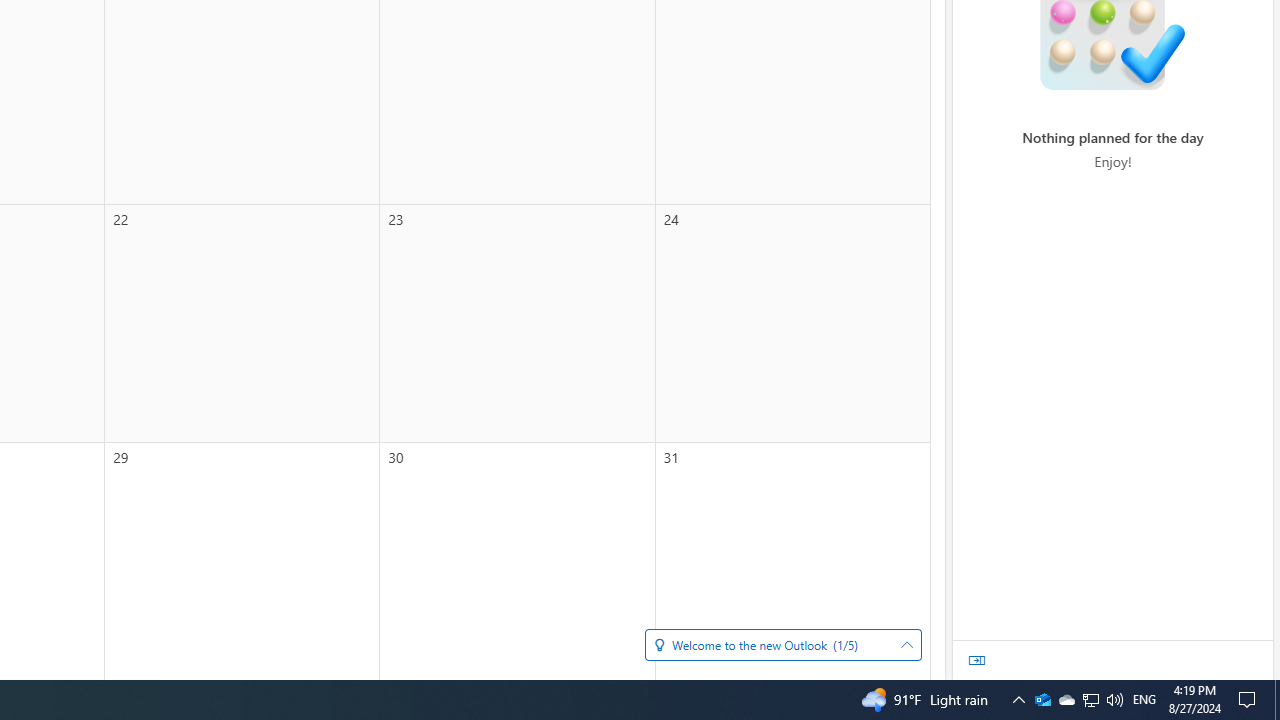 This screenshot has width=1280, height=720. What do you see at coordinates (1041, 698) in the screenshot?
I see `'Notification Chevron'` at bounding box center [1041, 698].